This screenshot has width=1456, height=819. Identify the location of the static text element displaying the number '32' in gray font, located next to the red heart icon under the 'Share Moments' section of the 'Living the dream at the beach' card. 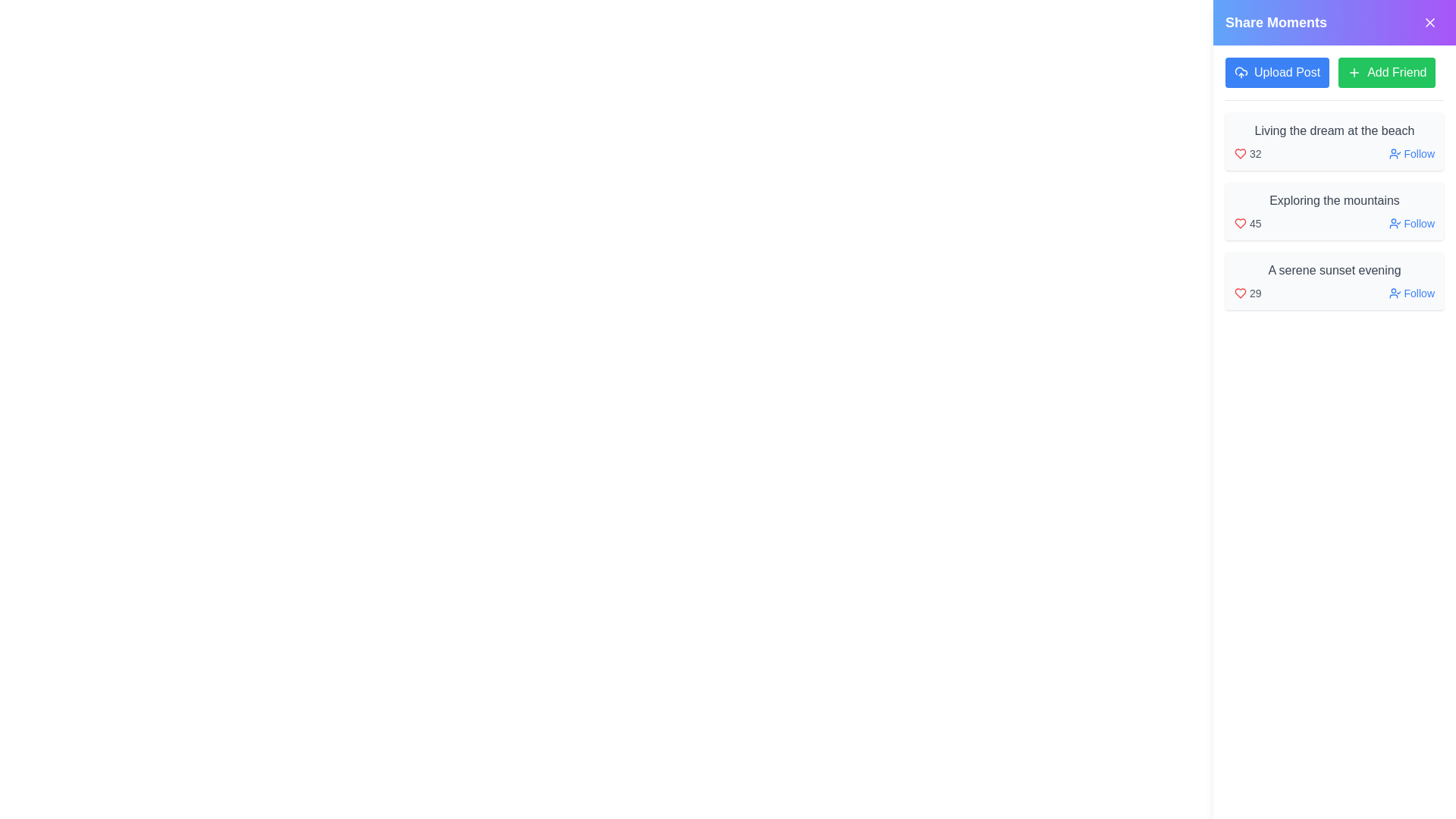
(1255, 154).